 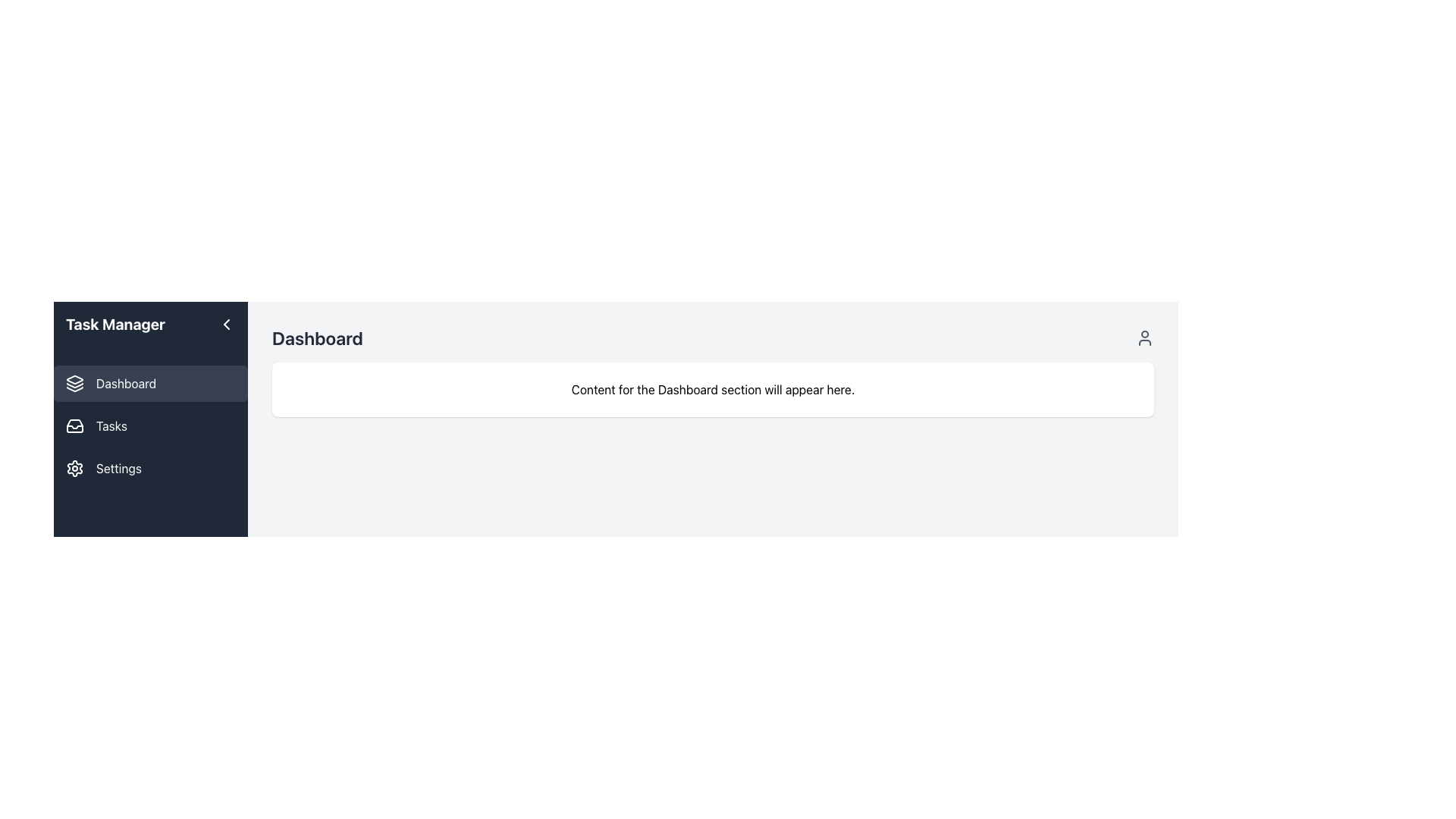 I want to click on the left-pointing chevron icon button located in the top right corner of the sidebar header, adjacent to the 'Task Manager' title text, so click(x=225, y=324).